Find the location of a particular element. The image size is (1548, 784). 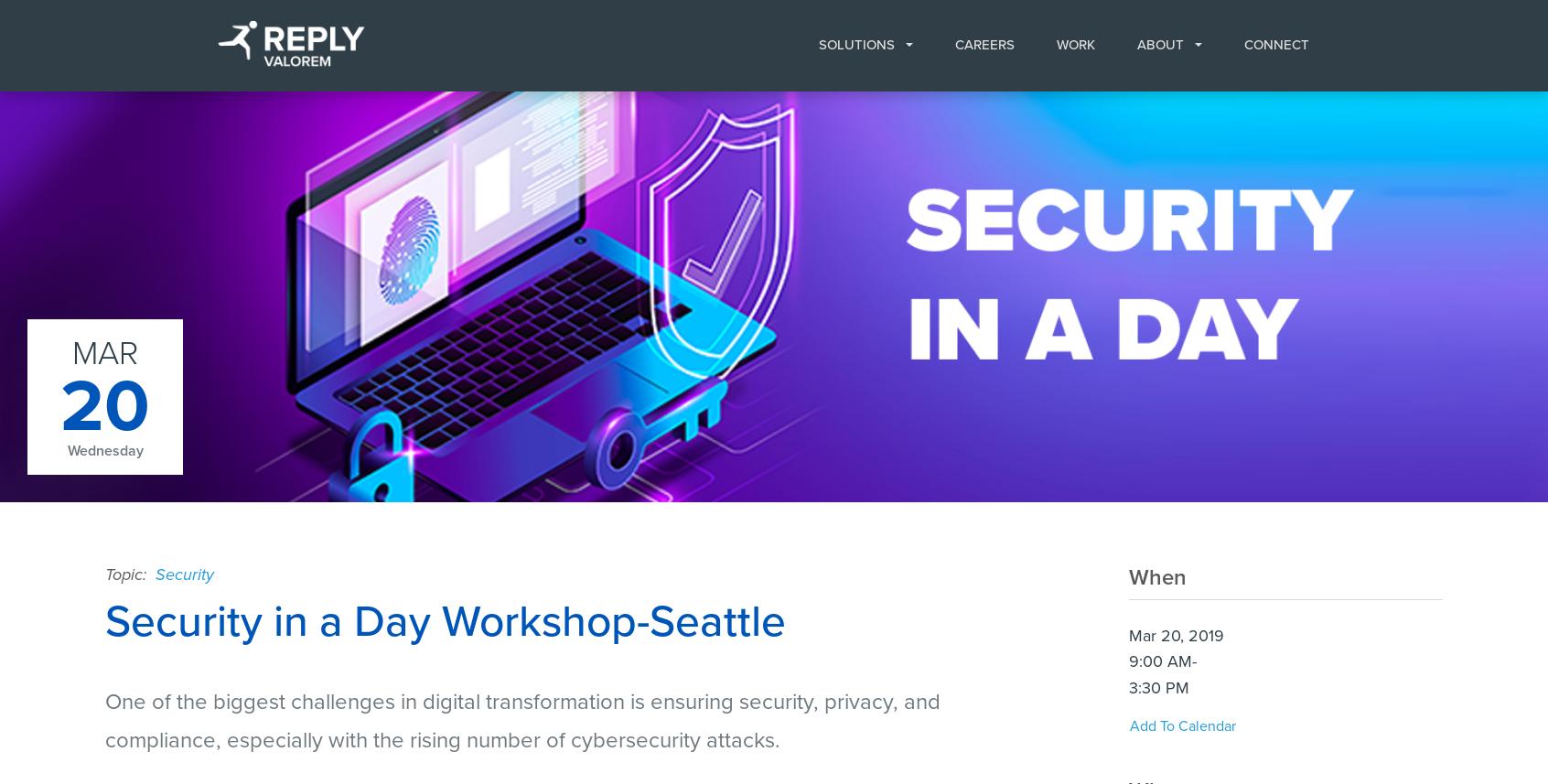

'Topic:' is located at coordinates (127, 575).